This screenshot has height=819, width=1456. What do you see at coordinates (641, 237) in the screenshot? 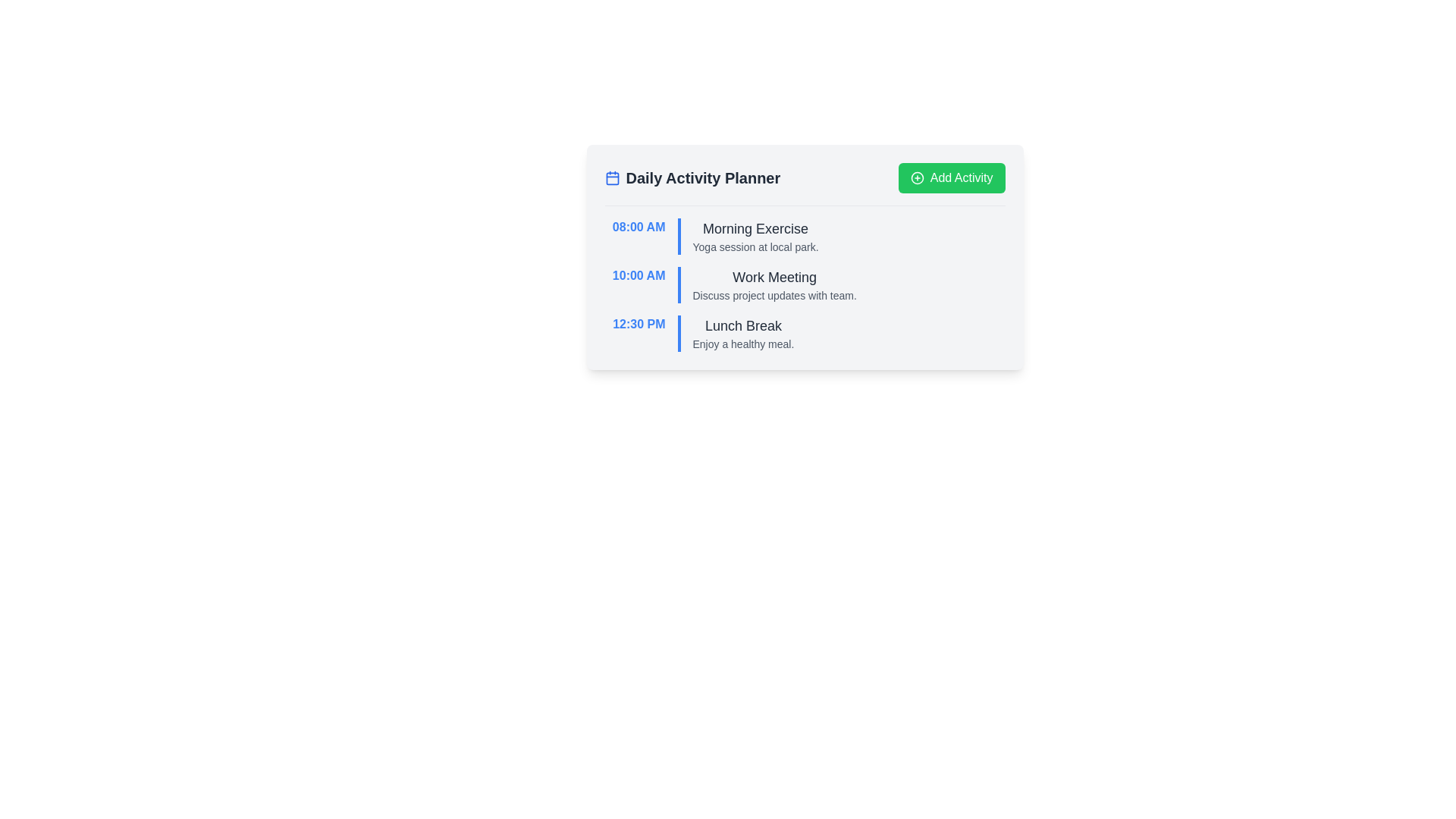
I see `the time indicator for the activity scheduled at 8:00 AM, which is the first of three time indications in the upper left part of the daily schedule interface` at bounding box center [641, 237].